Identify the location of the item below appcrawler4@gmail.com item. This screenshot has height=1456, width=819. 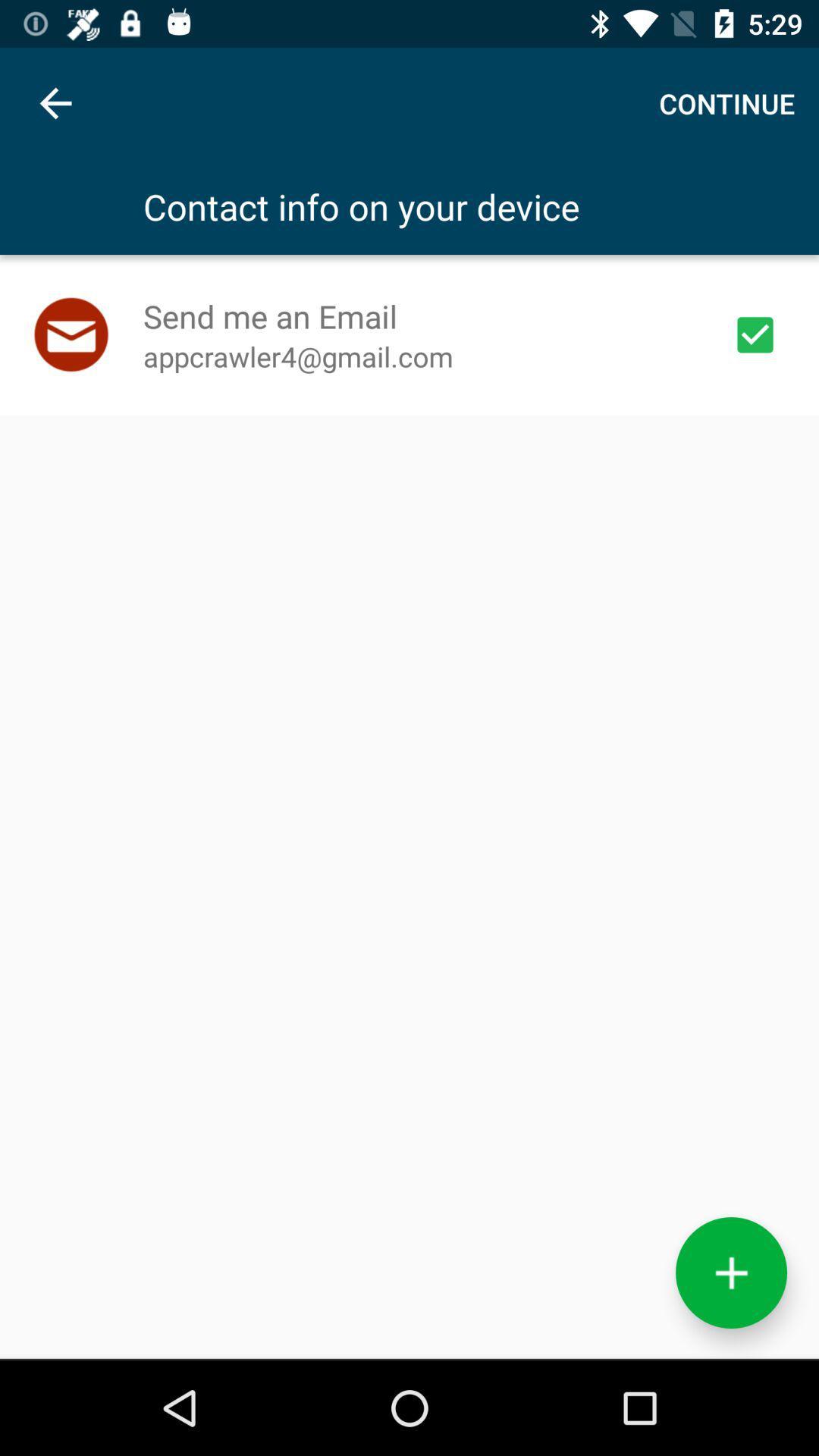
(730, 1272).